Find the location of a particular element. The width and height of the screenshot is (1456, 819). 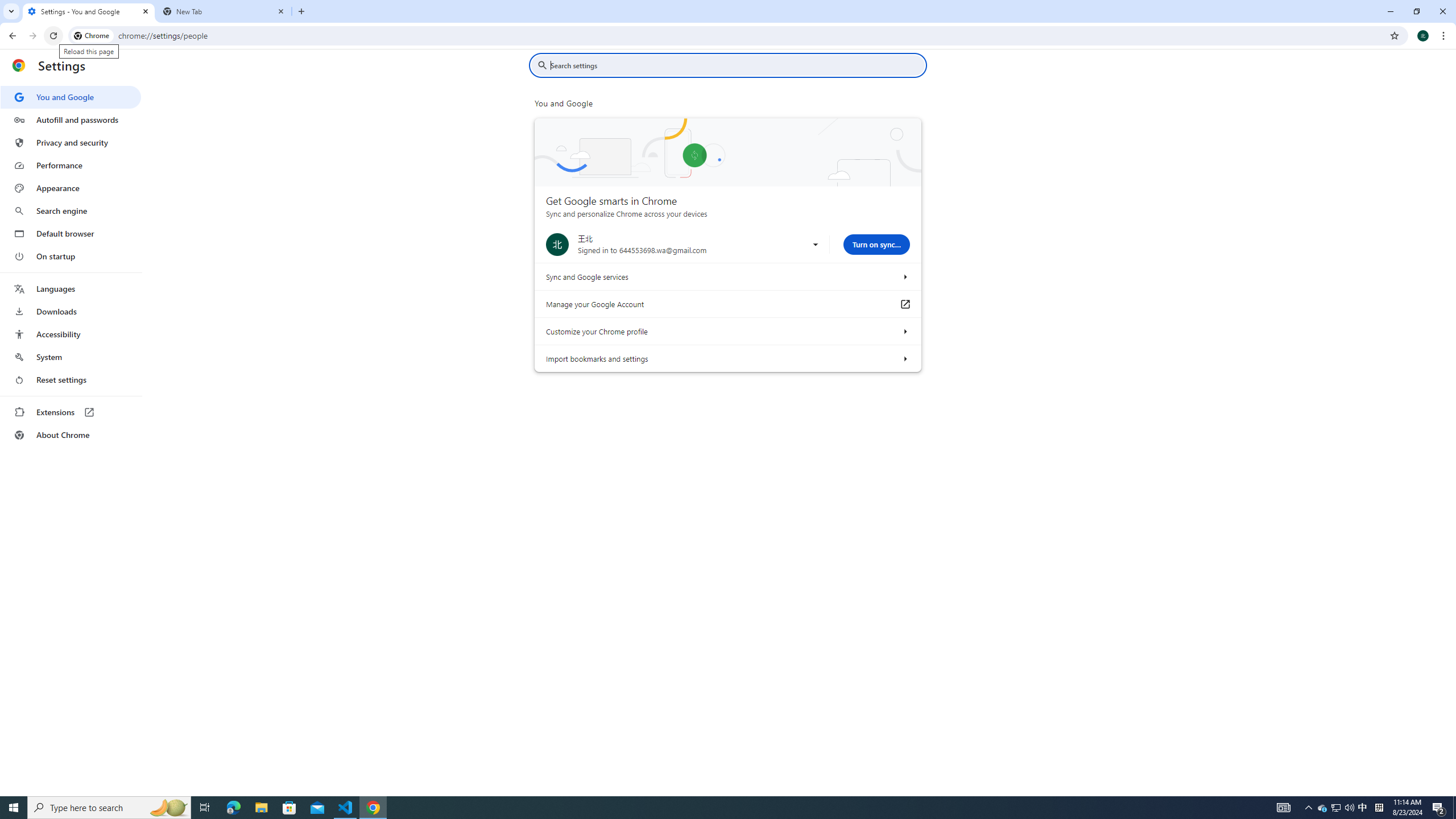

'Reset settings' is located at coordinates (70, 379).